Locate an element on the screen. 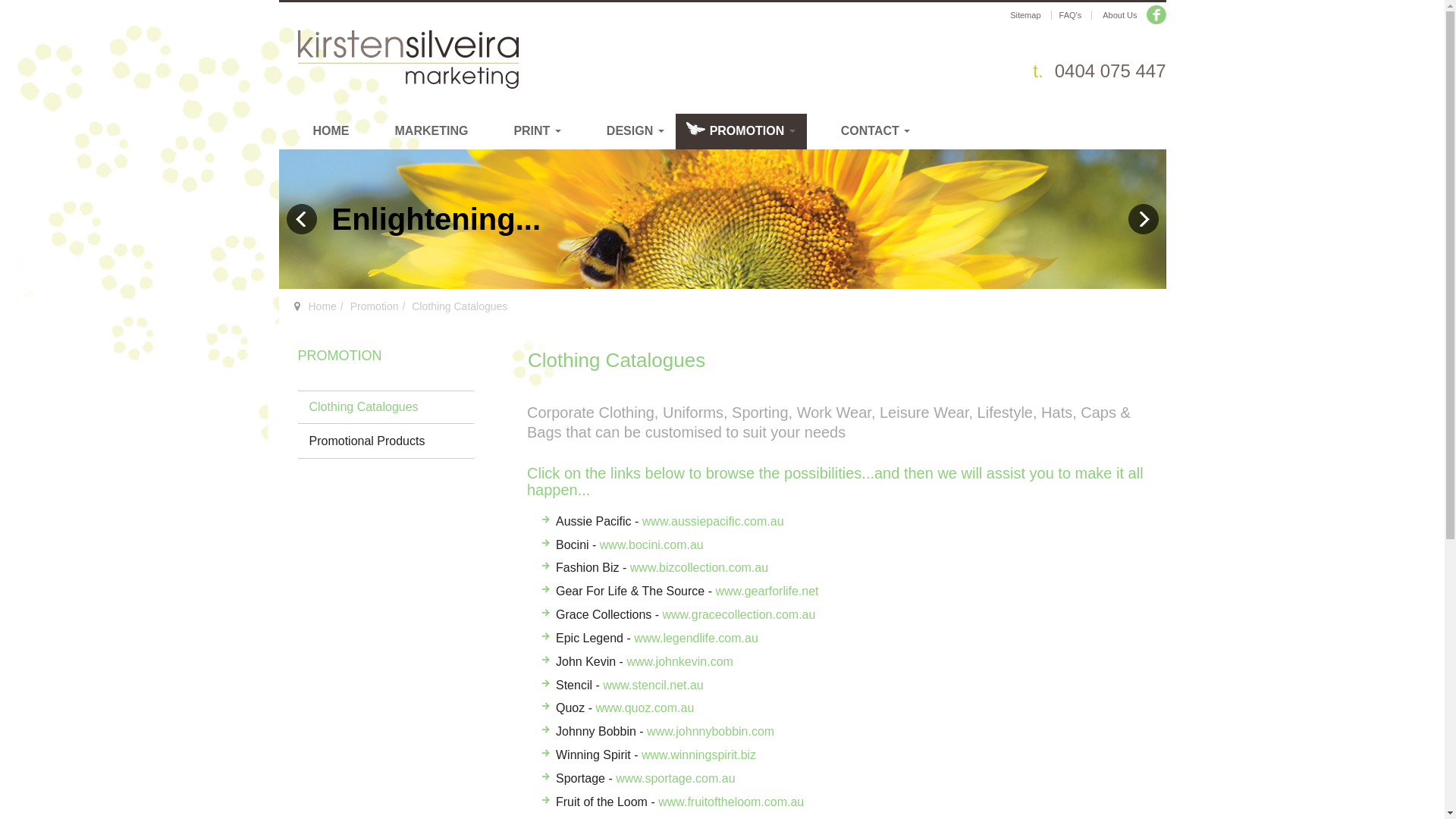 The width and height of the screenshot is (1456, 819). 'www.bizcollection.com.au' is located at coordinates (698, 567).